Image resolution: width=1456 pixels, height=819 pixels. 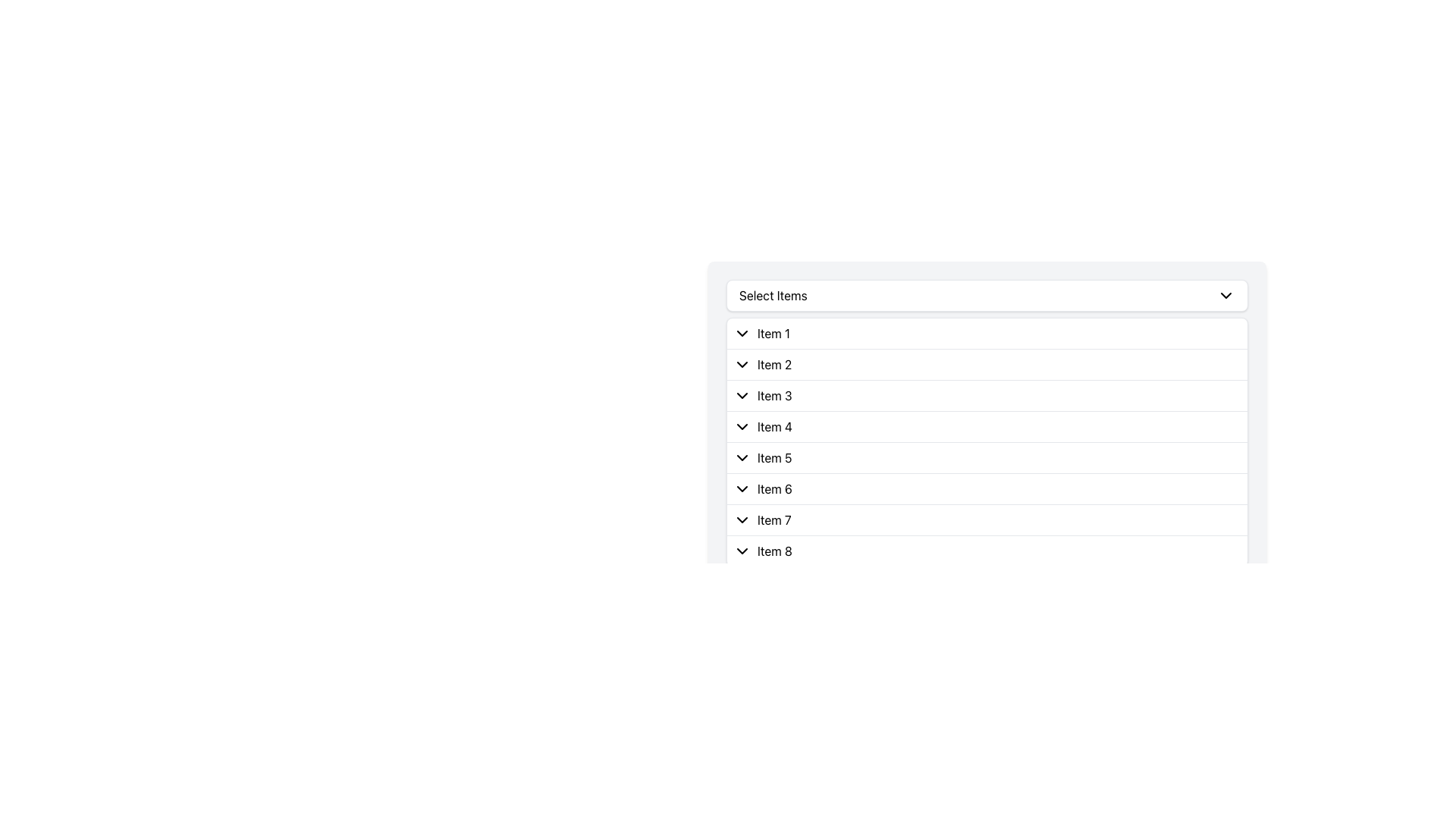 I want to click on the List item labeled 'Item 6' with a collapsible chevron, which is styled with a light background and contains a downward chevron icon, so click(x=762, y=488).